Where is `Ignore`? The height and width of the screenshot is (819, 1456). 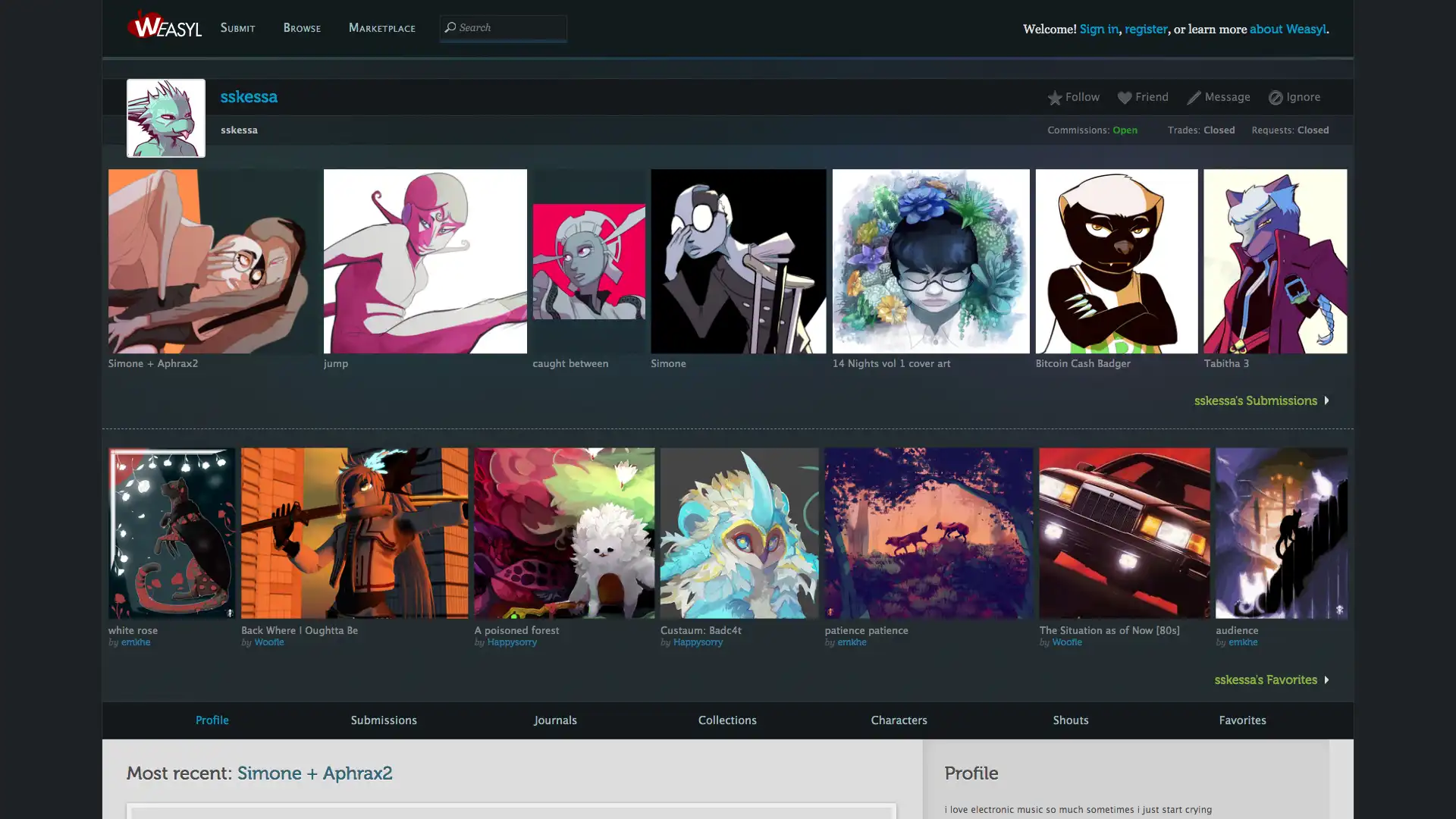 Ignore is located at coordinates (1293, 96).